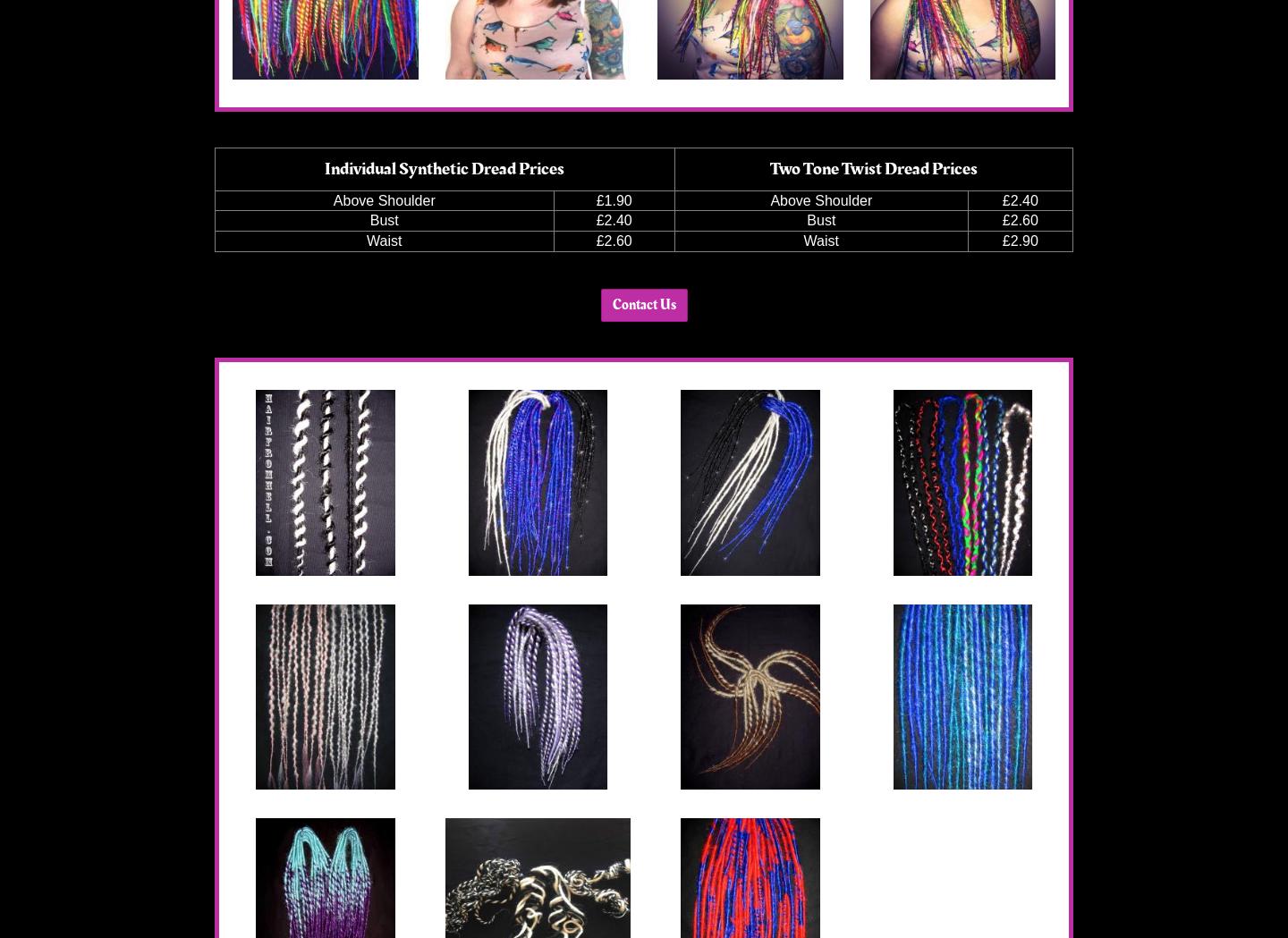 The height and width of the screenshot is (938, 1288). Describe the element at coordinates (643, 304) in the screenshot. I see `'Contact Us'` at that location.